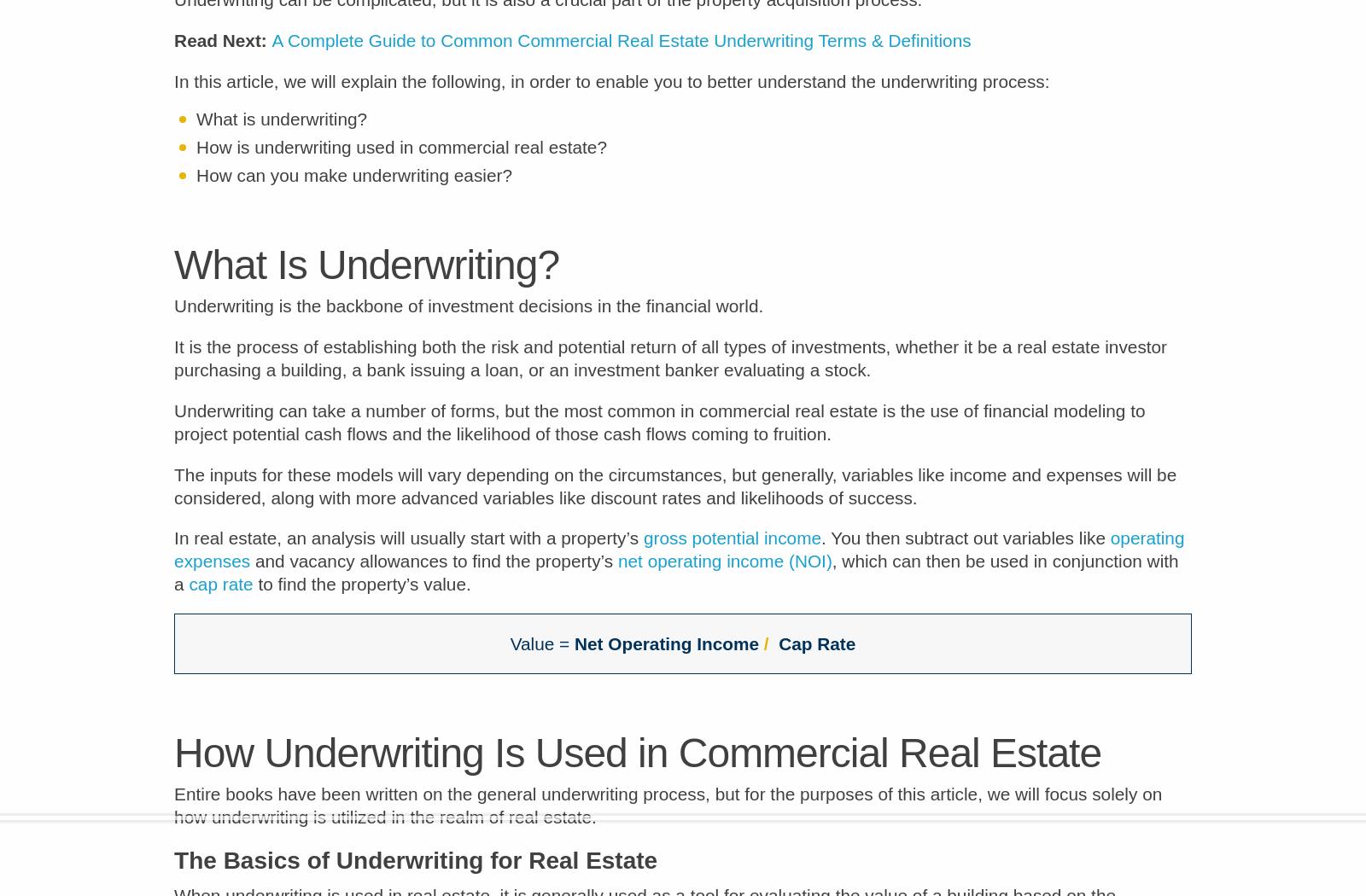 The width and height of the screenshot is (1366, 896). Describe the element at coordinates (638, 763) in the screenshot. I see `'How Underwriting Is Used in Commercial Real Estate'` at that location.